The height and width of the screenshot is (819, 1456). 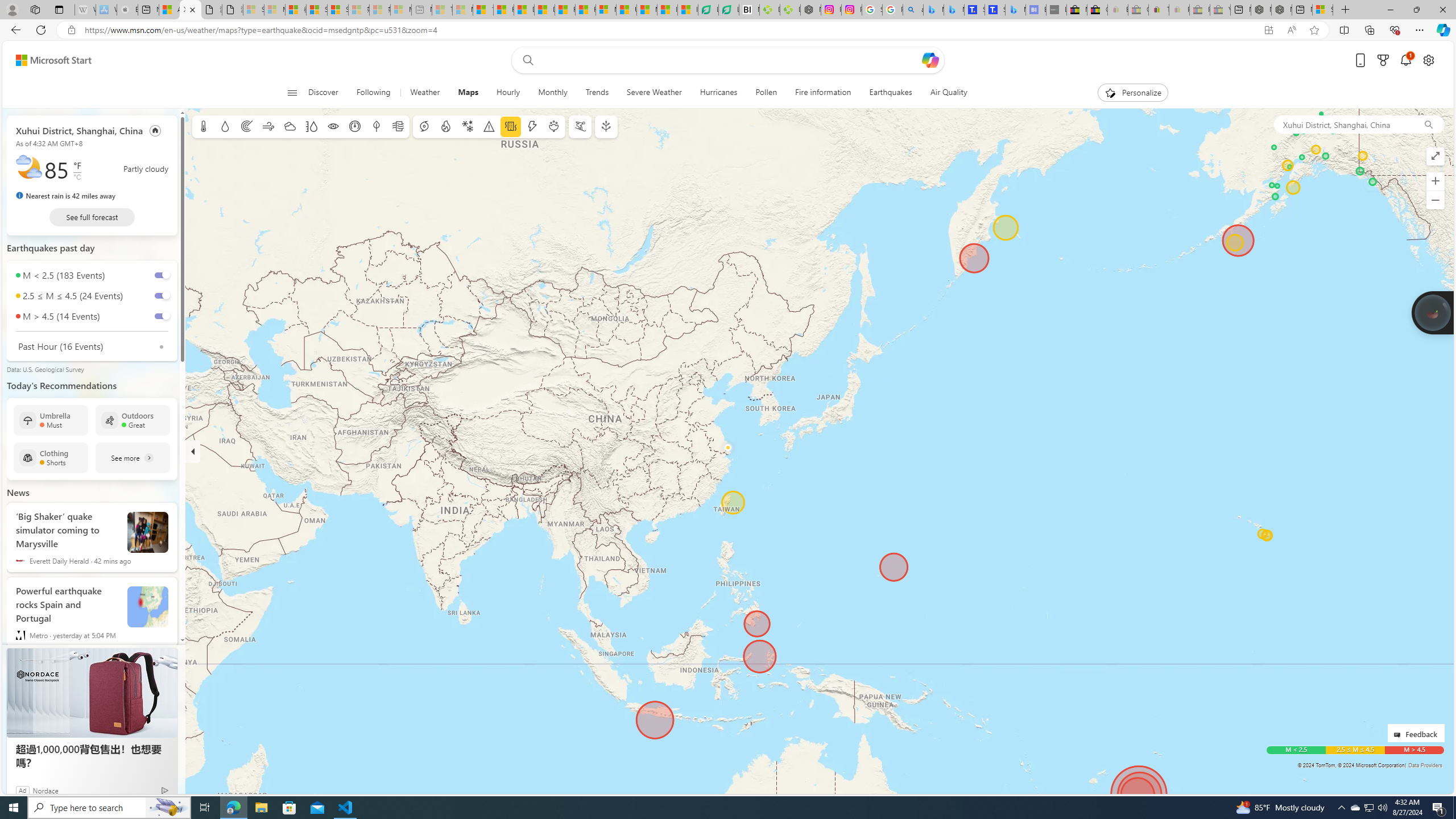 What do you see at coordinates (51, 457) in the screenshot?
I see `'Clothing Shorts'` at bounding box center [51, 457].